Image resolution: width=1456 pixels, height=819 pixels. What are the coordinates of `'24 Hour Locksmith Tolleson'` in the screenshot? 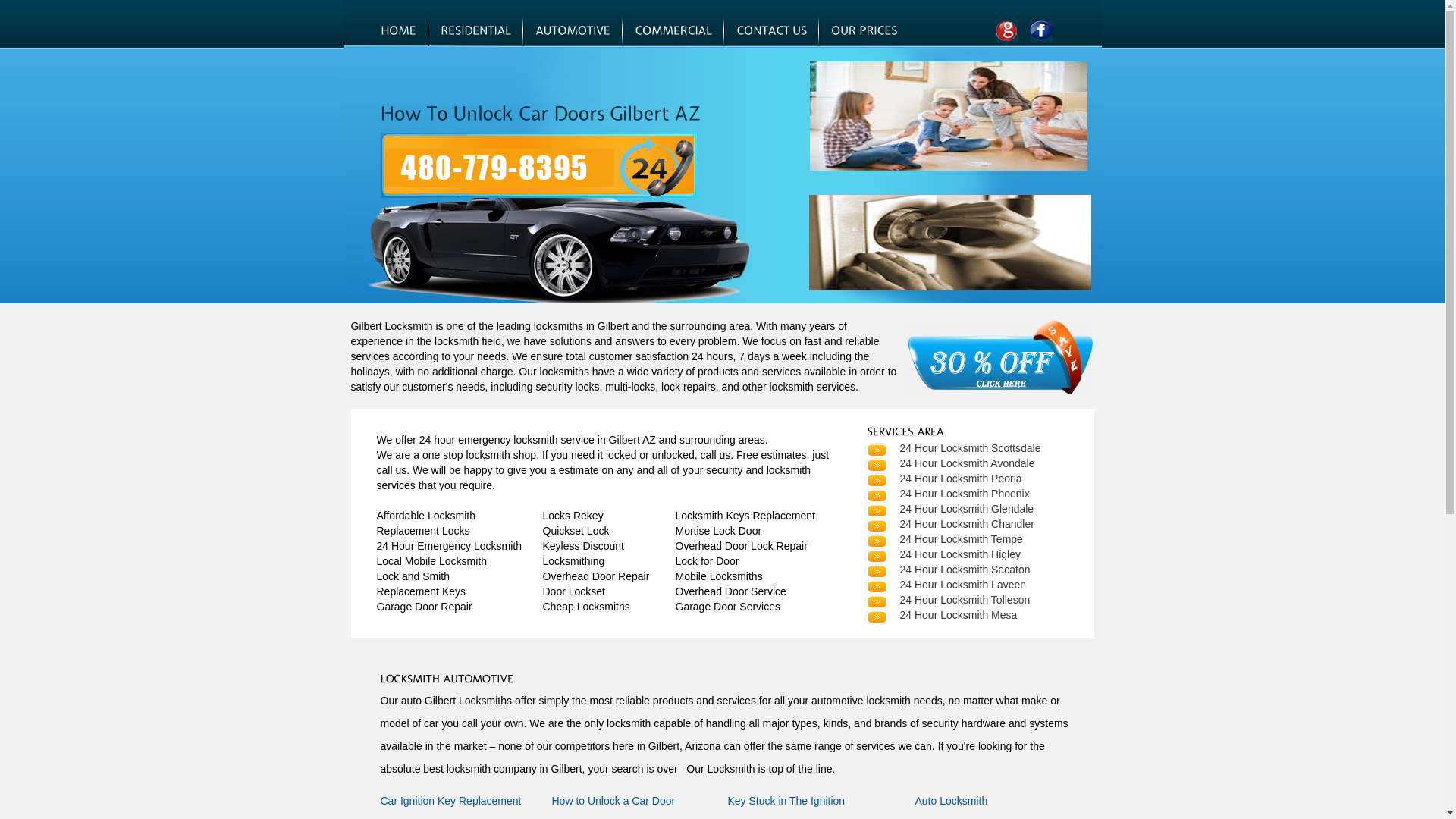 It's located at (946, 598).